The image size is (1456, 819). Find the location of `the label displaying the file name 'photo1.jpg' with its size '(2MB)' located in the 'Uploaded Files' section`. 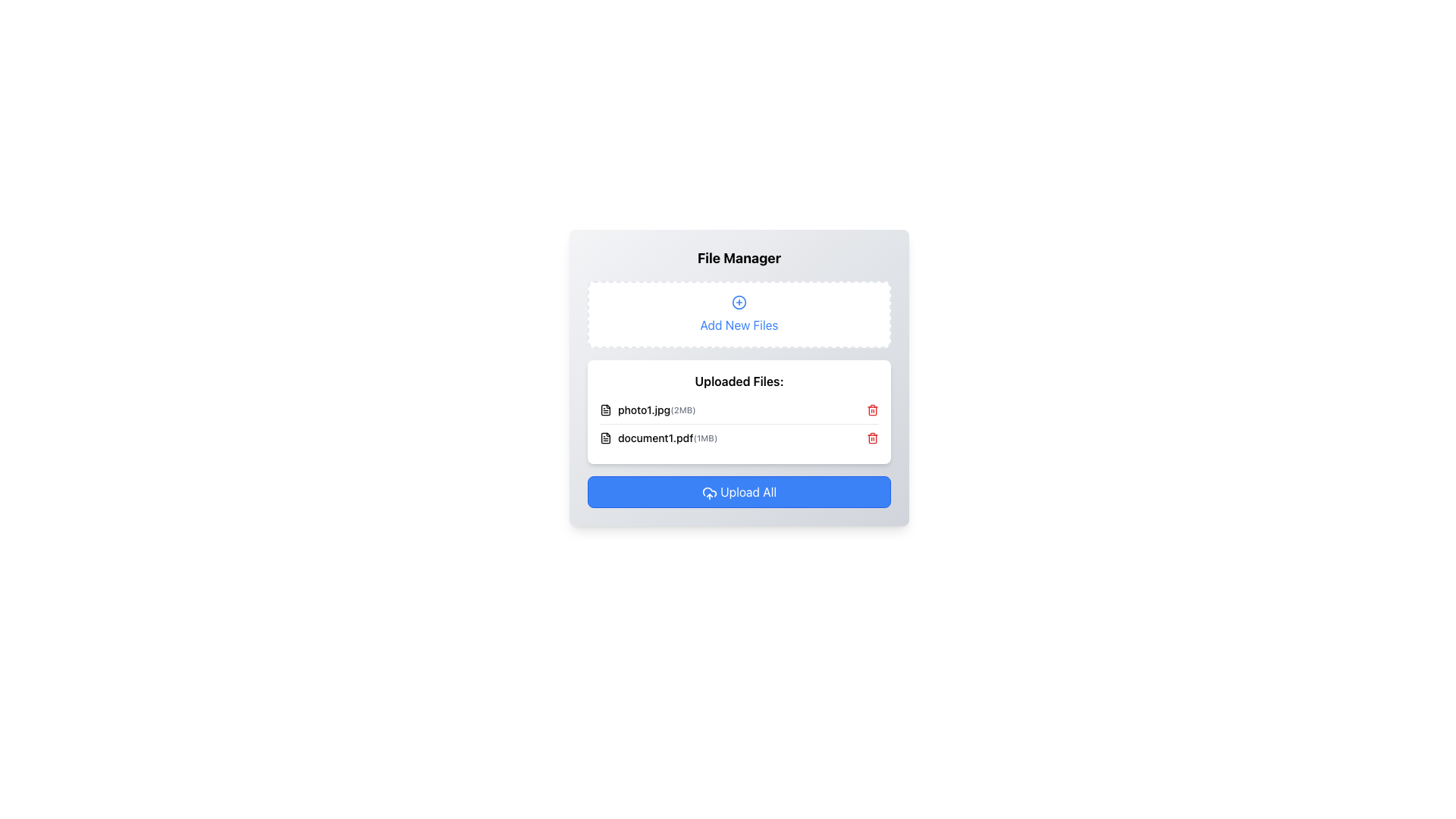

the label displaying the file name 'photo1.jpg' with its size '(2MB)' located in the 'Uploaded Files' section is located at coordinates (657, 409).